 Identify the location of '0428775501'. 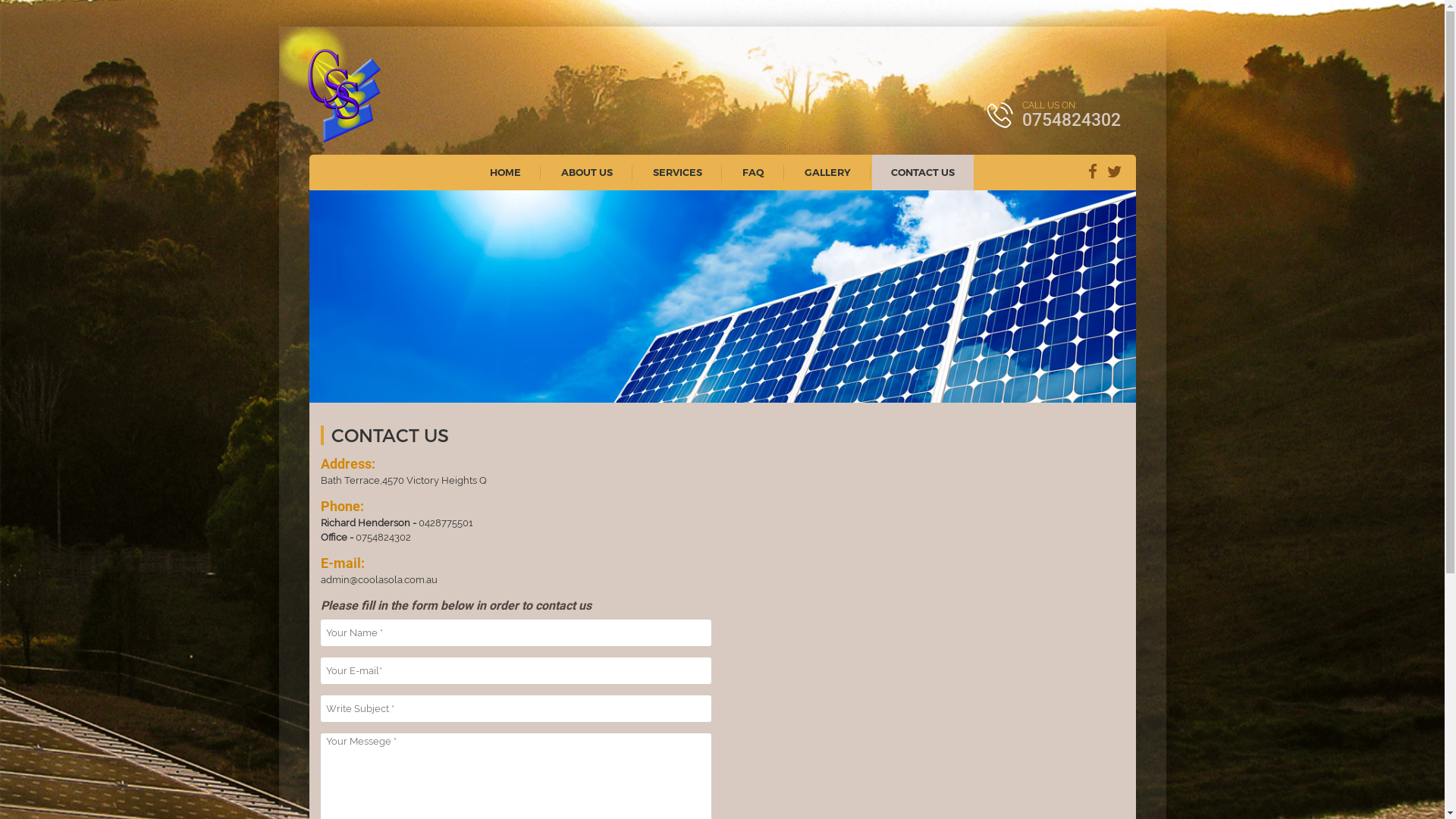
(445, 522).